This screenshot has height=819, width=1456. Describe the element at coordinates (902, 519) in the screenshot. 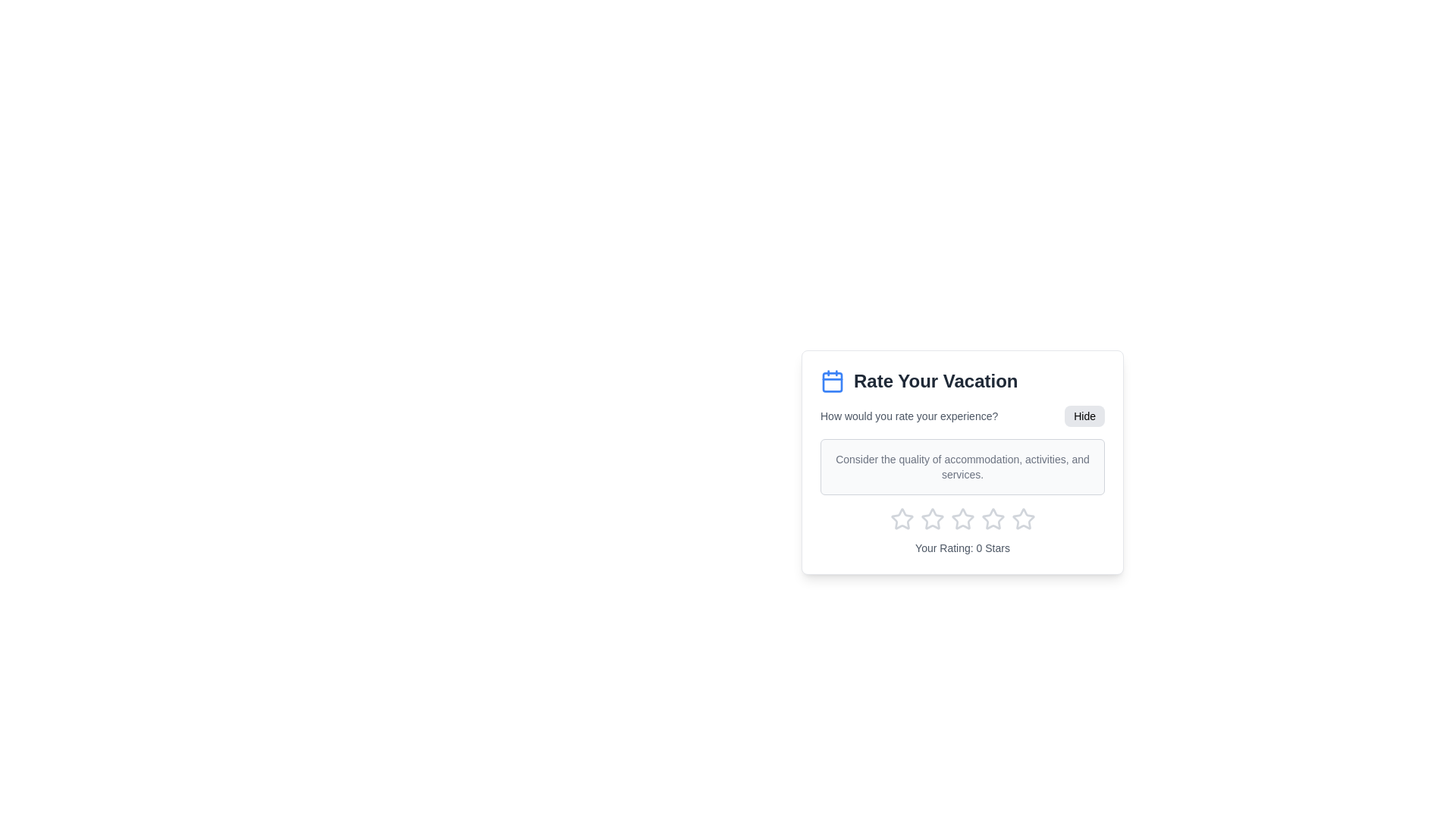

I see `the first star-shaped rating icon` at that location.